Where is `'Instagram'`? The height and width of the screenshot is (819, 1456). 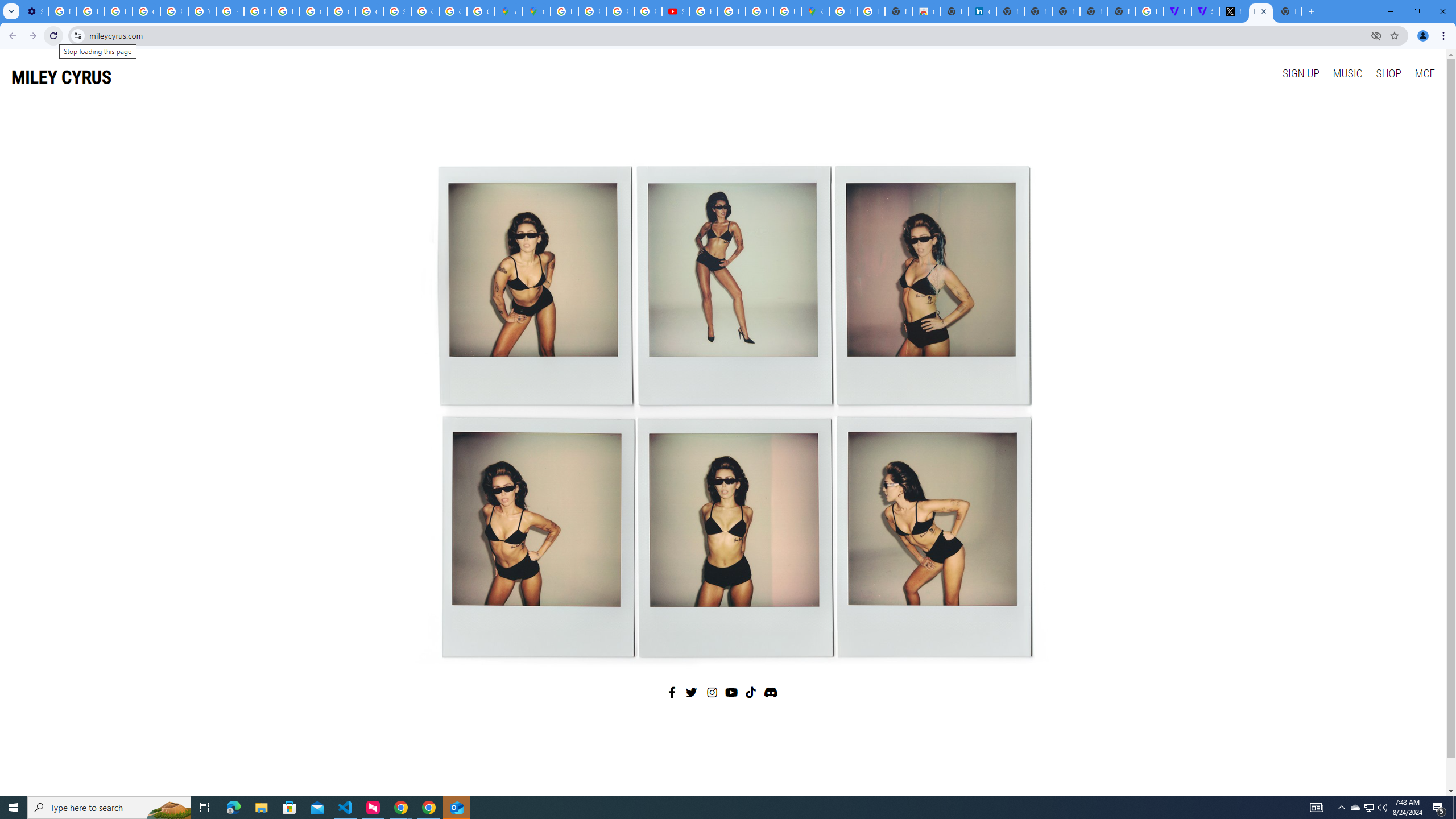
'Instagram' is located at coordinates (712, 692).